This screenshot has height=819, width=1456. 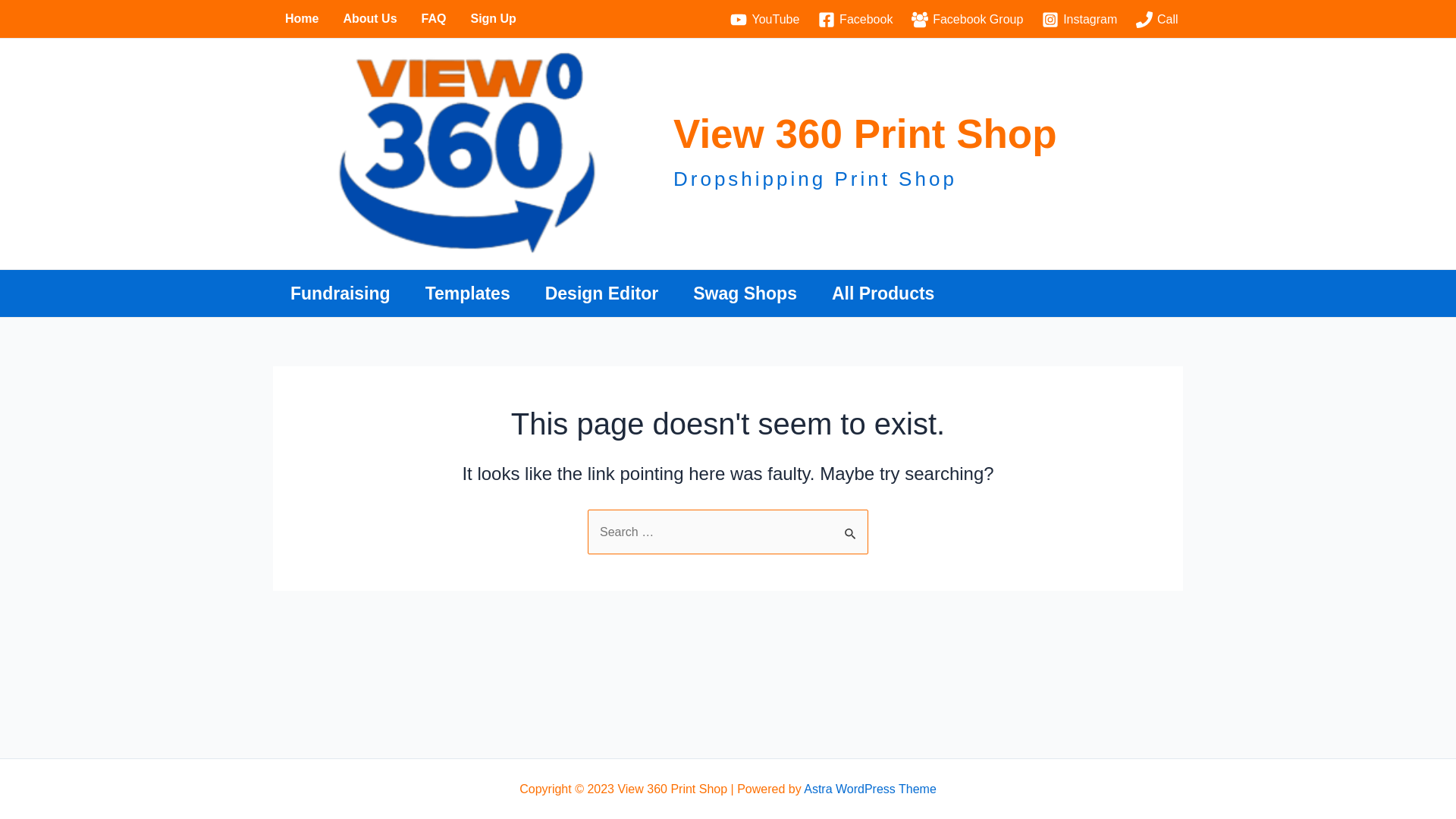 What do you see at coordinates (330, 18) in the screenshot?
I see `'About Us'` at bounding box center [330, 18].